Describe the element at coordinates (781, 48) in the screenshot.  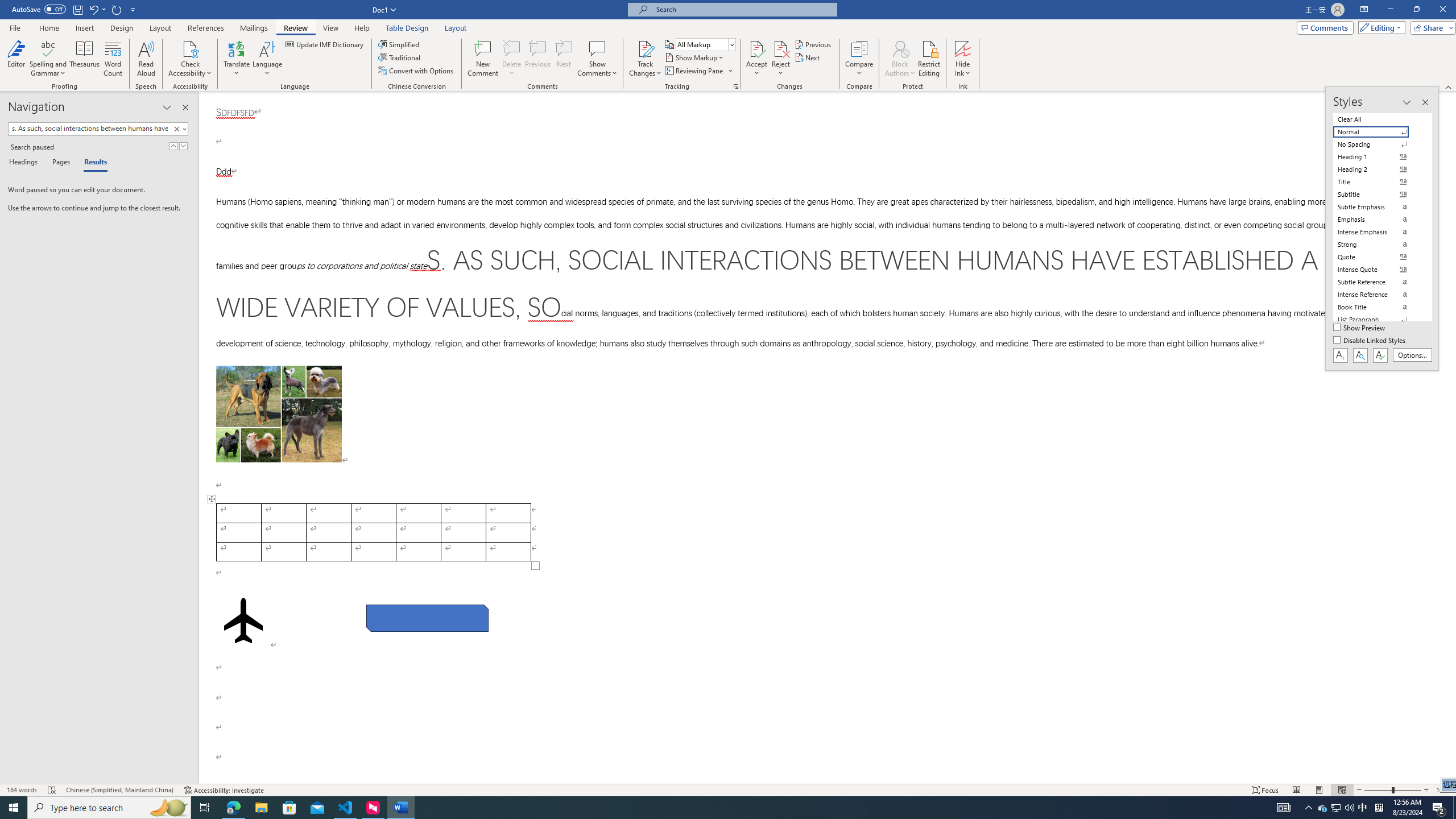
I see `'Reject and Move to Next'` at that location.